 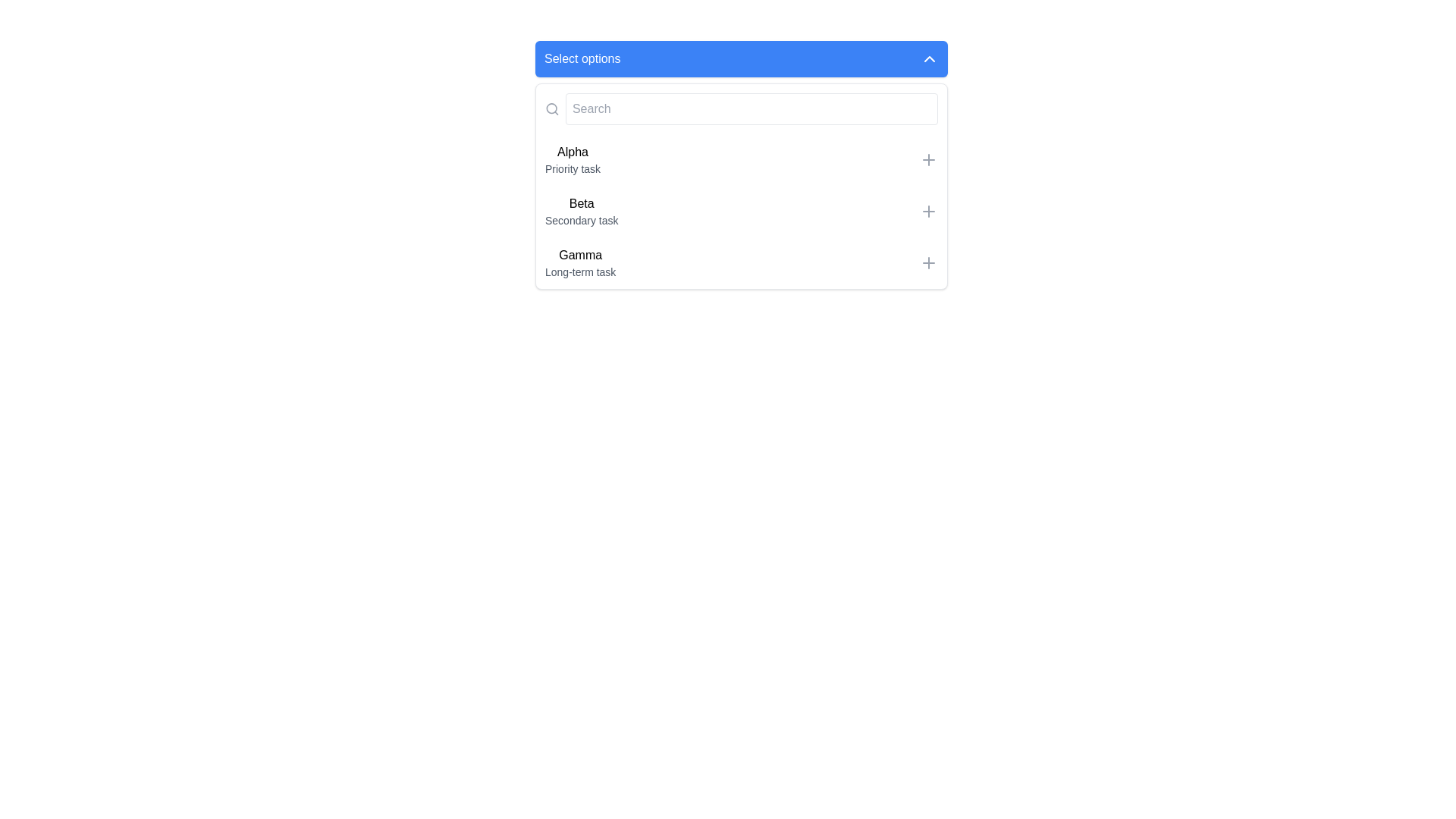 I want to click on the second menu item, so click(x=742, y=211).